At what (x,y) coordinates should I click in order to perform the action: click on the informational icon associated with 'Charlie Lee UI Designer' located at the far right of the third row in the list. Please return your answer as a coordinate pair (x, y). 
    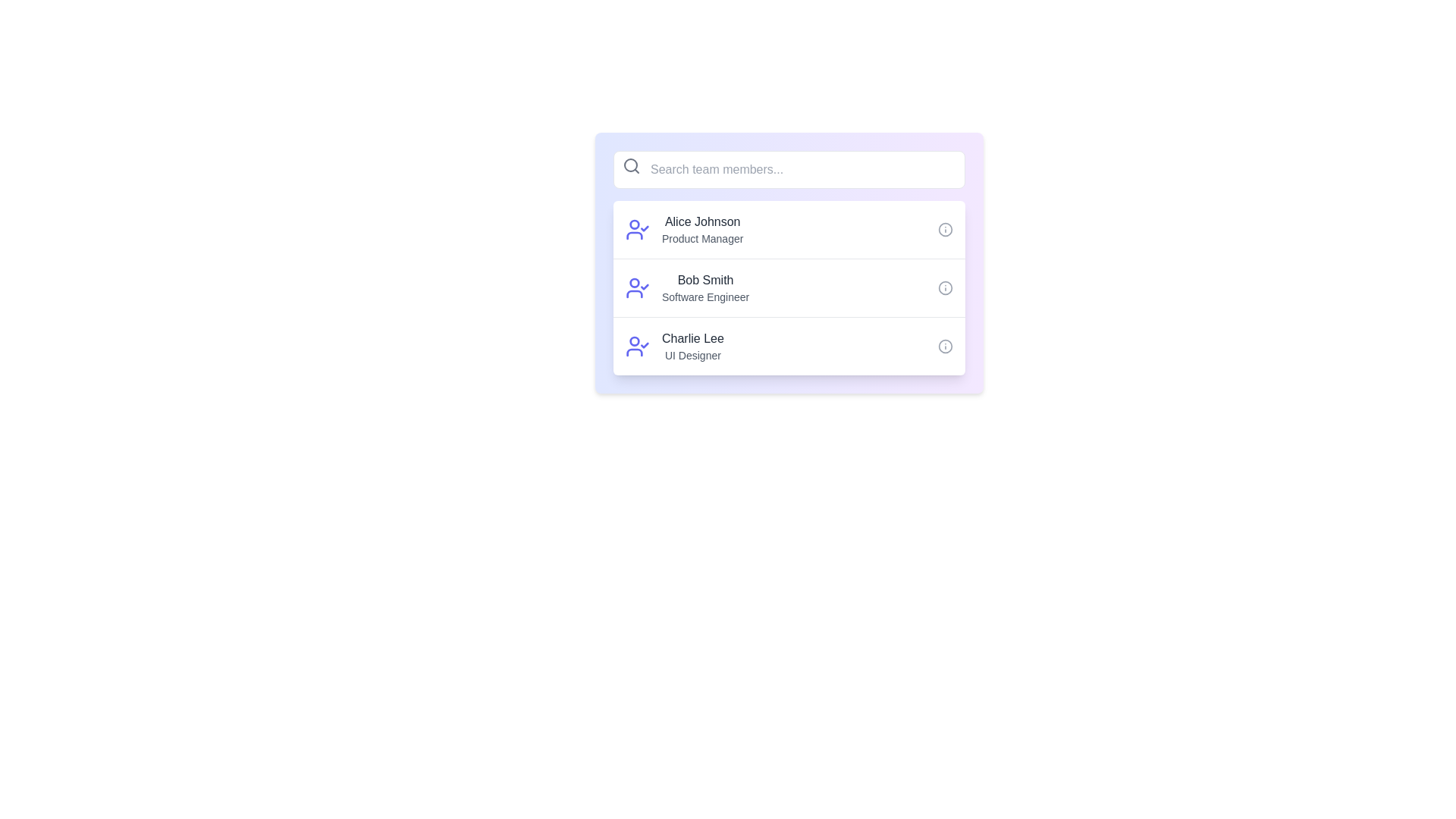
    Looking at the image, I should click on (945, 346).